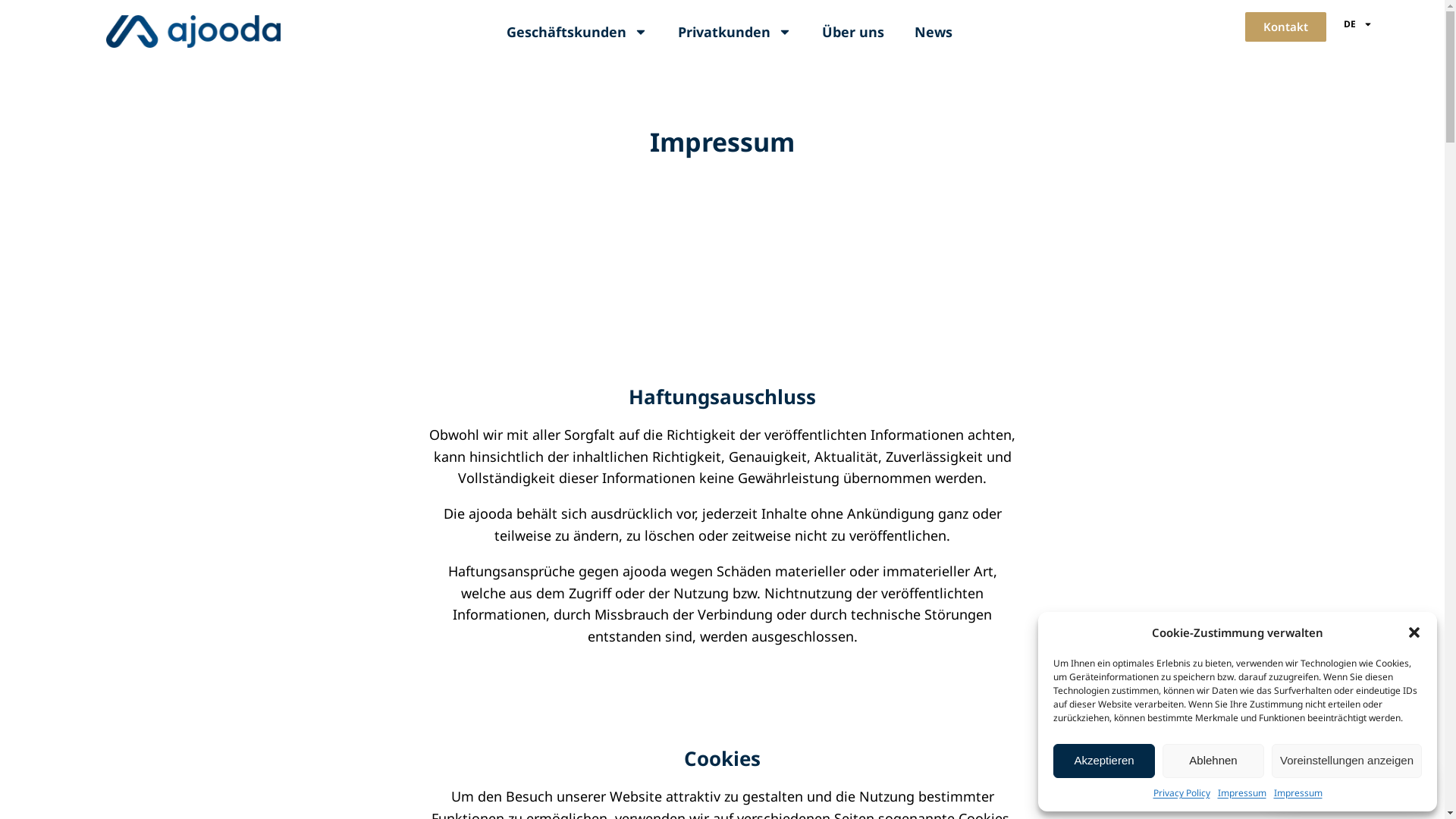 Image resolution: width=1456 pixels, height=819 pixels. What do you see at coordinates (899, 32) in the screenshot?
I see `'News'` at bounding box center [899, 32].